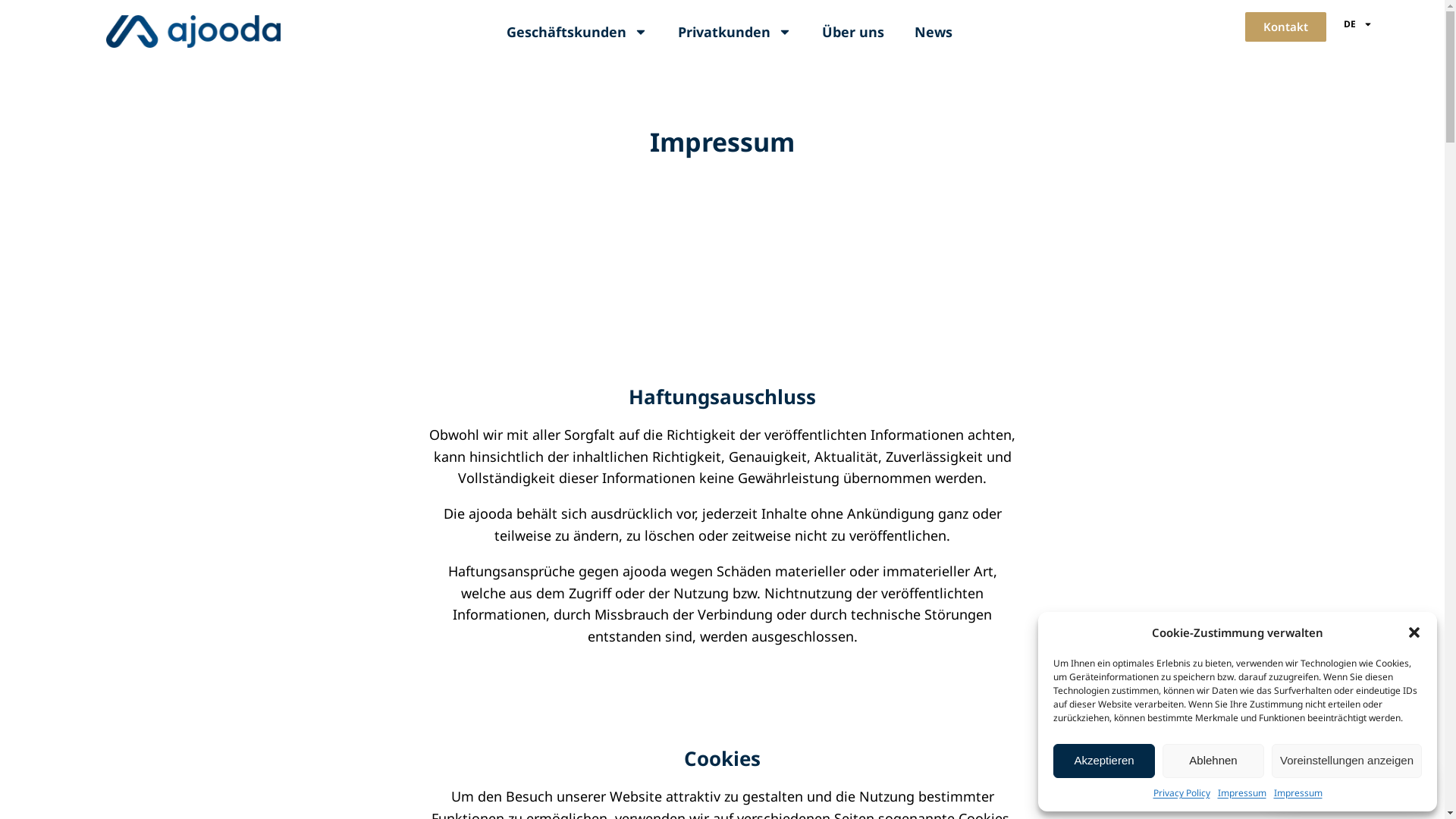 Image resolution: width=1456 pixels, height=819 pixels. What do you see at coordinates (899, 32) in the screenshot?
I see `'News'` at bounding box center [899, 32].